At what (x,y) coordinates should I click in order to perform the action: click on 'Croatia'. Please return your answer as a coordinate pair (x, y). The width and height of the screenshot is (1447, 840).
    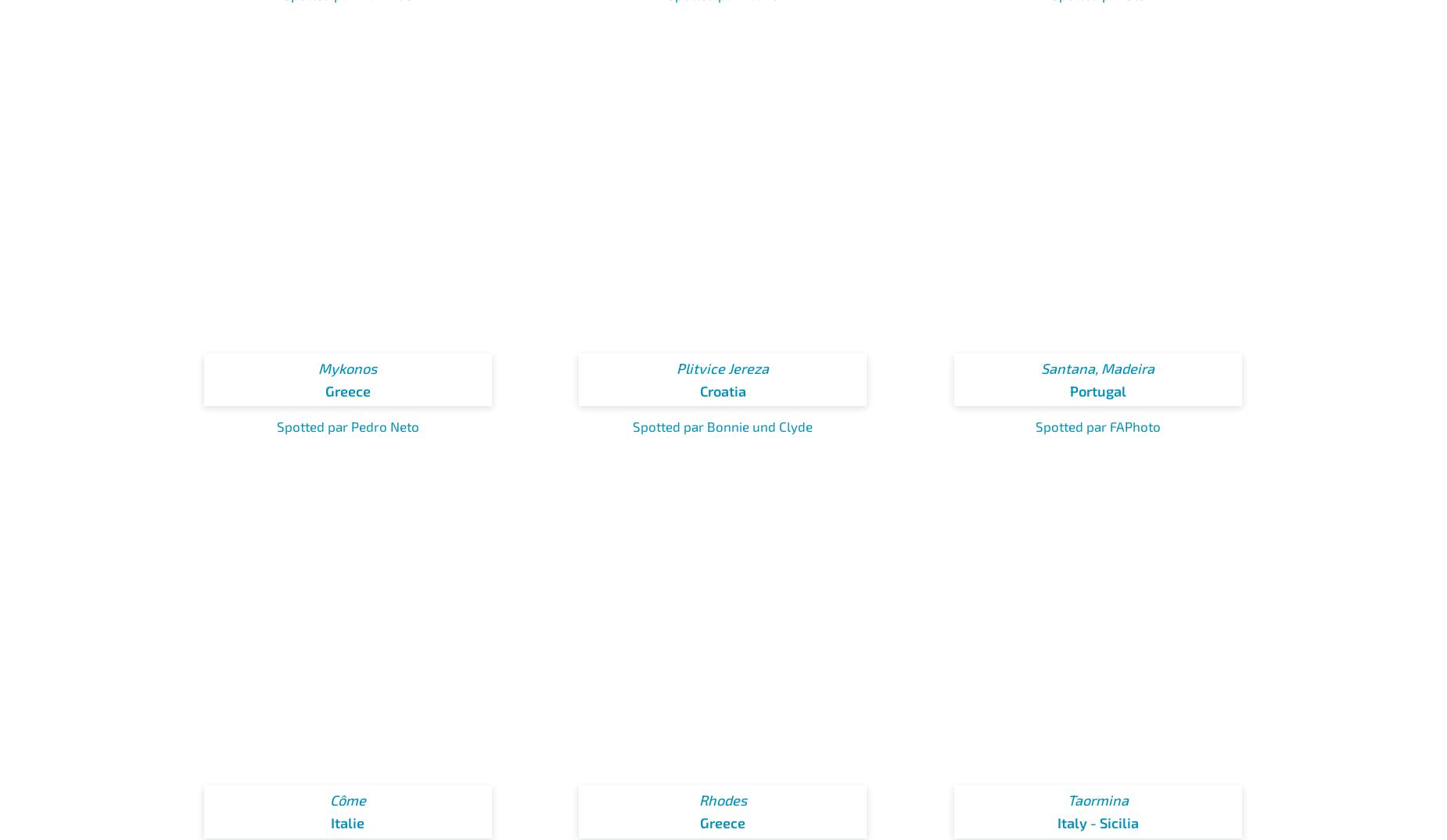
    Looking at the image, I should click on (722, 389).